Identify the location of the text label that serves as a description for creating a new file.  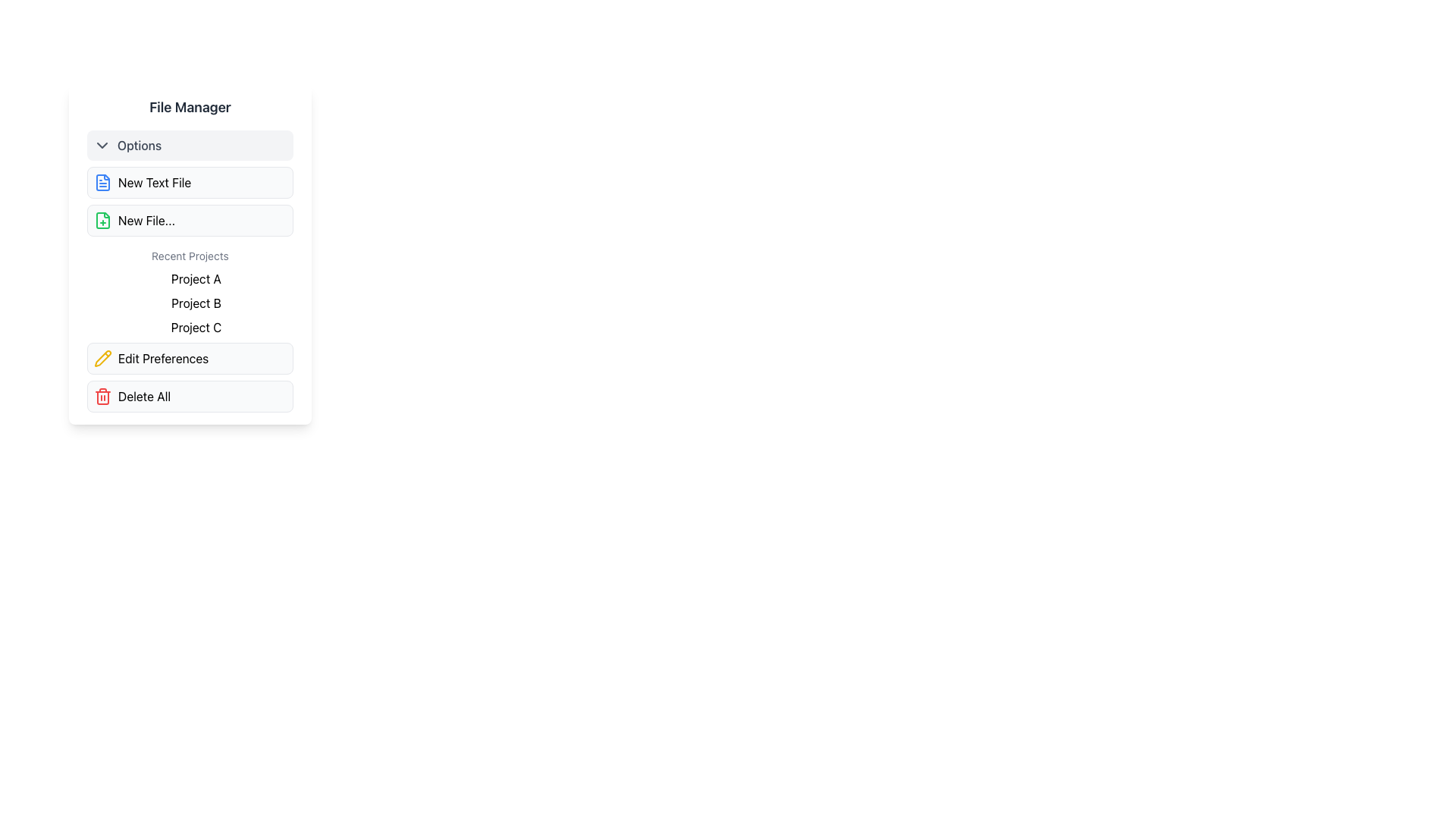
(146, 220).